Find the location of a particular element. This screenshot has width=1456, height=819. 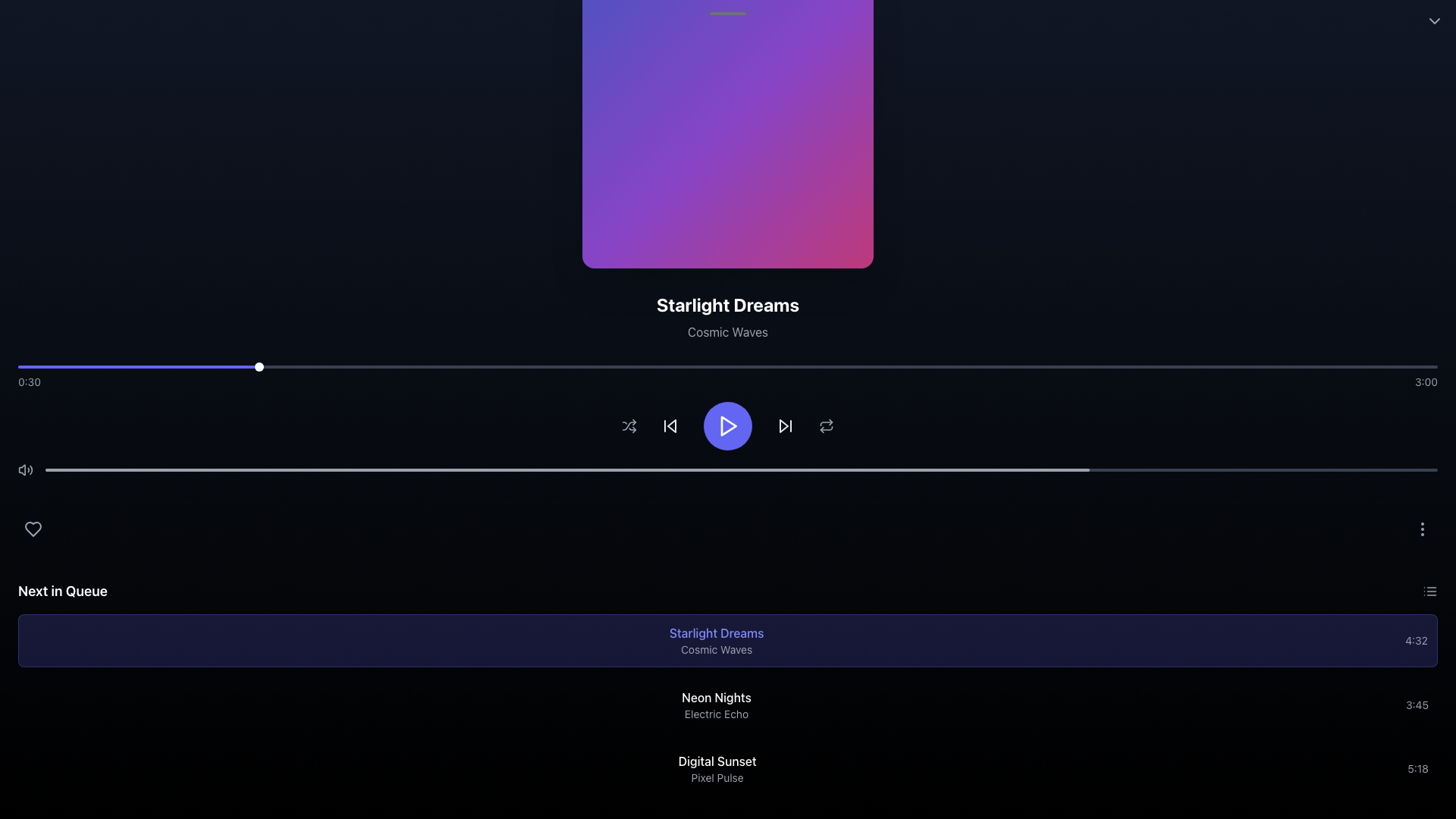

the thumb indicator of the progress bar located underneath the title 'Starlight Dreams' is located at coordinates (728, 366).